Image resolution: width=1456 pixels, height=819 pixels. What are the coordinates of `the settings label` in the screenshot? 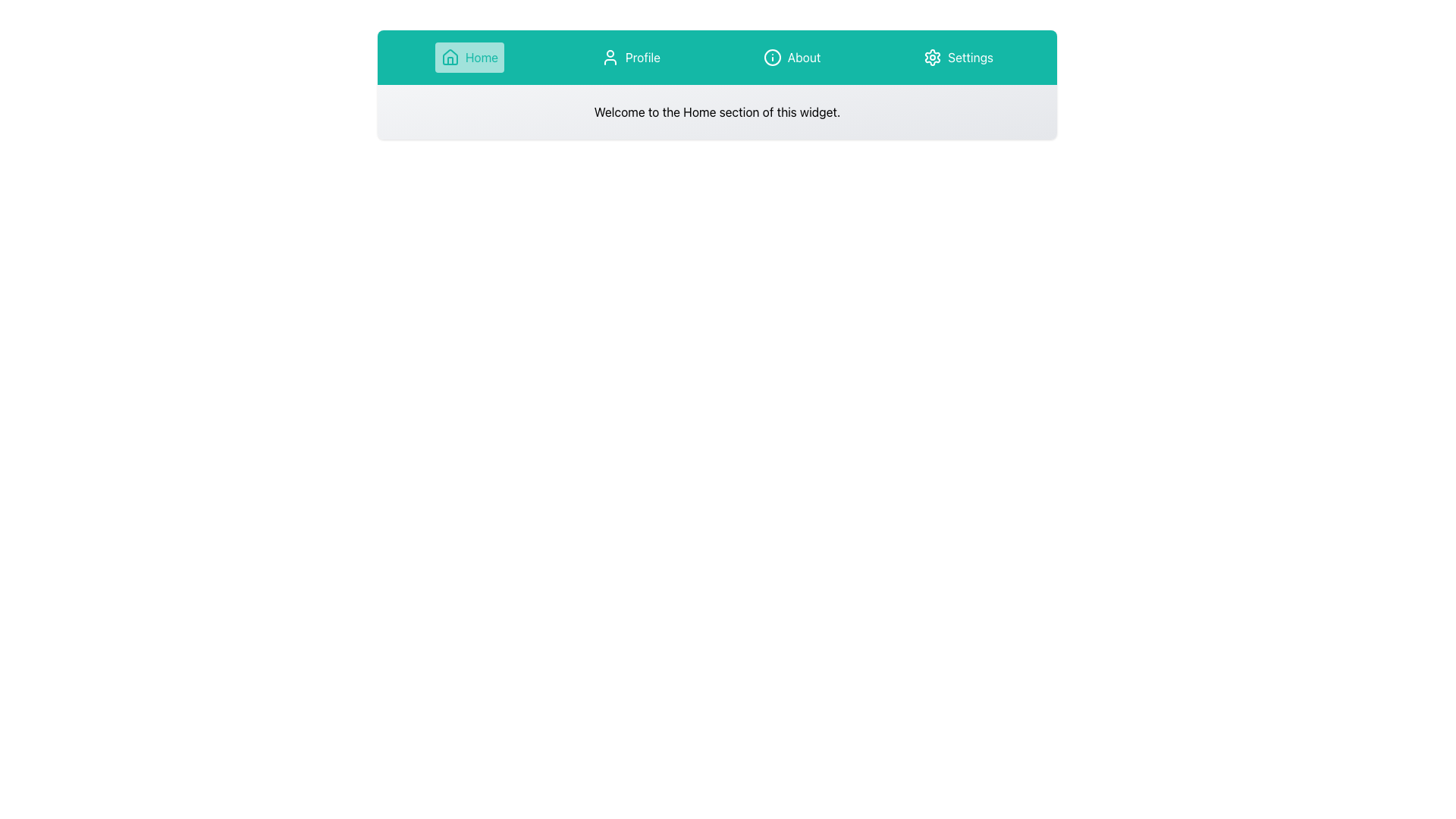 It's located at (971, 57).